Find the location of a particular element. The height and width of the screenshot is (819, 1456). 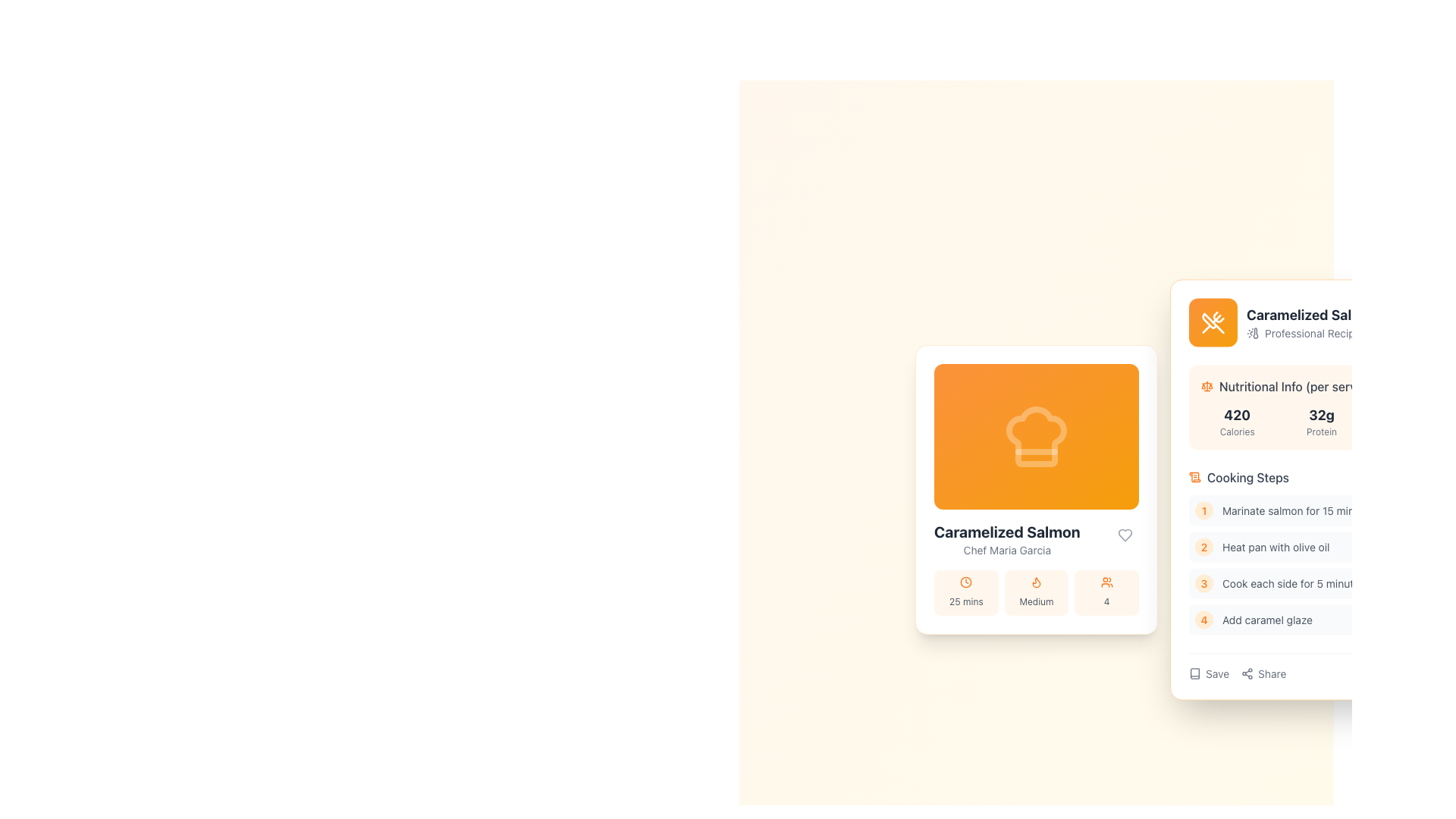

the circular badge with a soft orange background and white border, featuring the number '3' in bold orange text, which is located before the step description 'Cook each side for 5 minutes' is located at coordinates (1203, 582).